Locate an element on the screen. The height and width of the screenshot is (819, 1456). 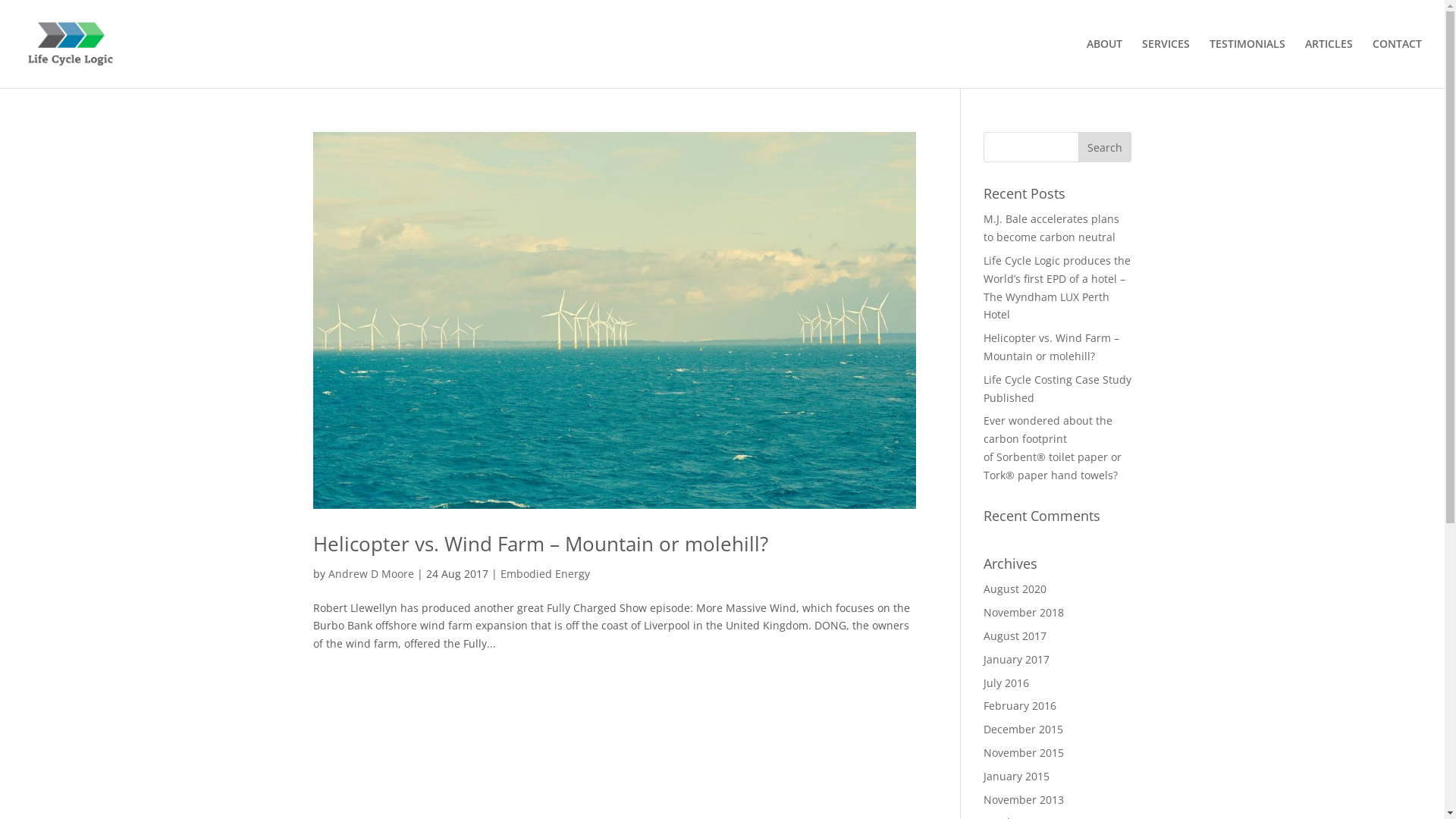
'December 2015' is located at coordinates (1023, 728).